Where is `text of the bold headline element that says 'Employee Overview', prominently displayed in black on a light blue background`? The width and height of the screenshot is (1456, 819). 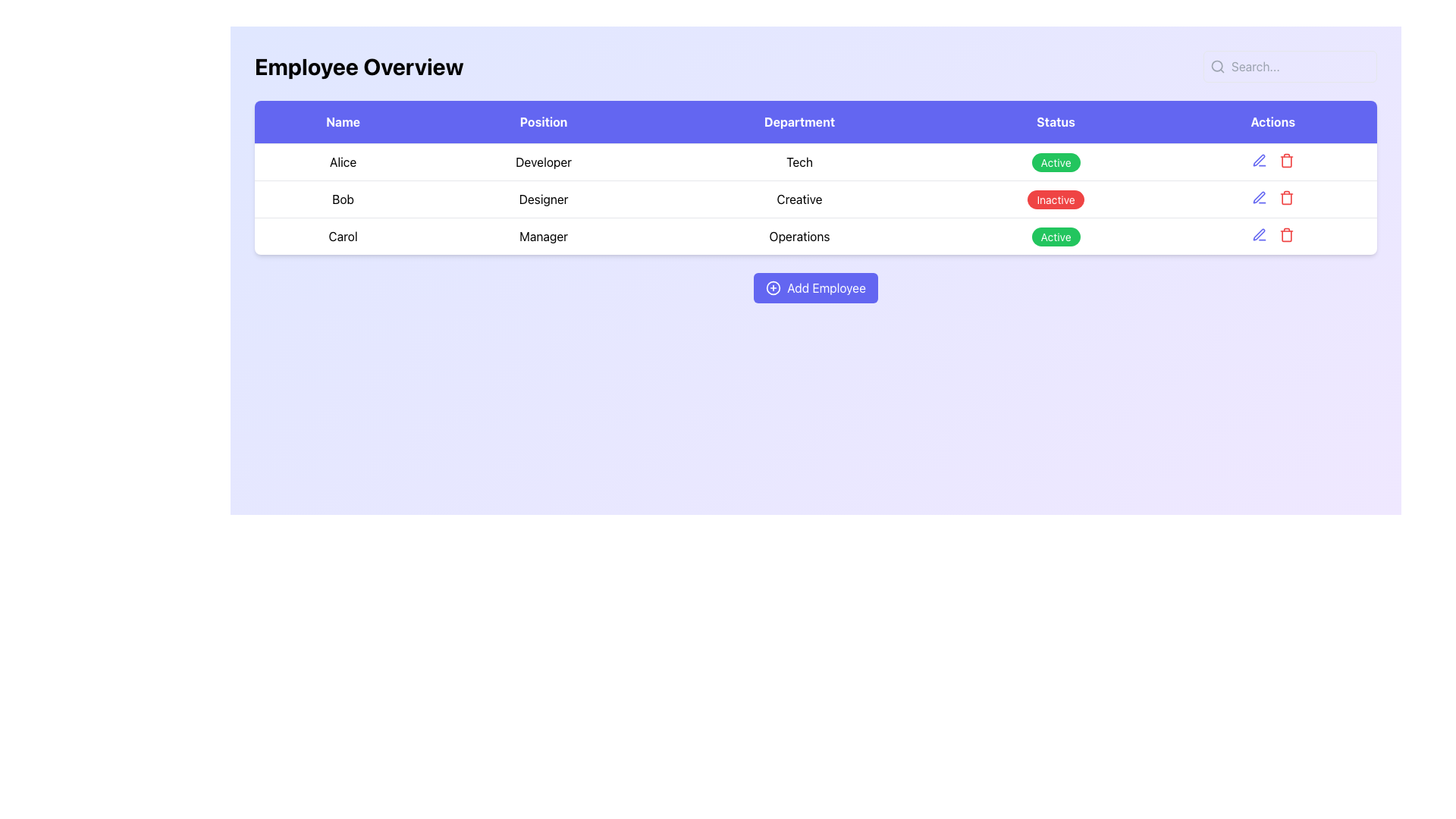 text of the bold headline element that says 'Employee Overview', prominently displayed in black on a light blue background is located at coordinates (358, 66).